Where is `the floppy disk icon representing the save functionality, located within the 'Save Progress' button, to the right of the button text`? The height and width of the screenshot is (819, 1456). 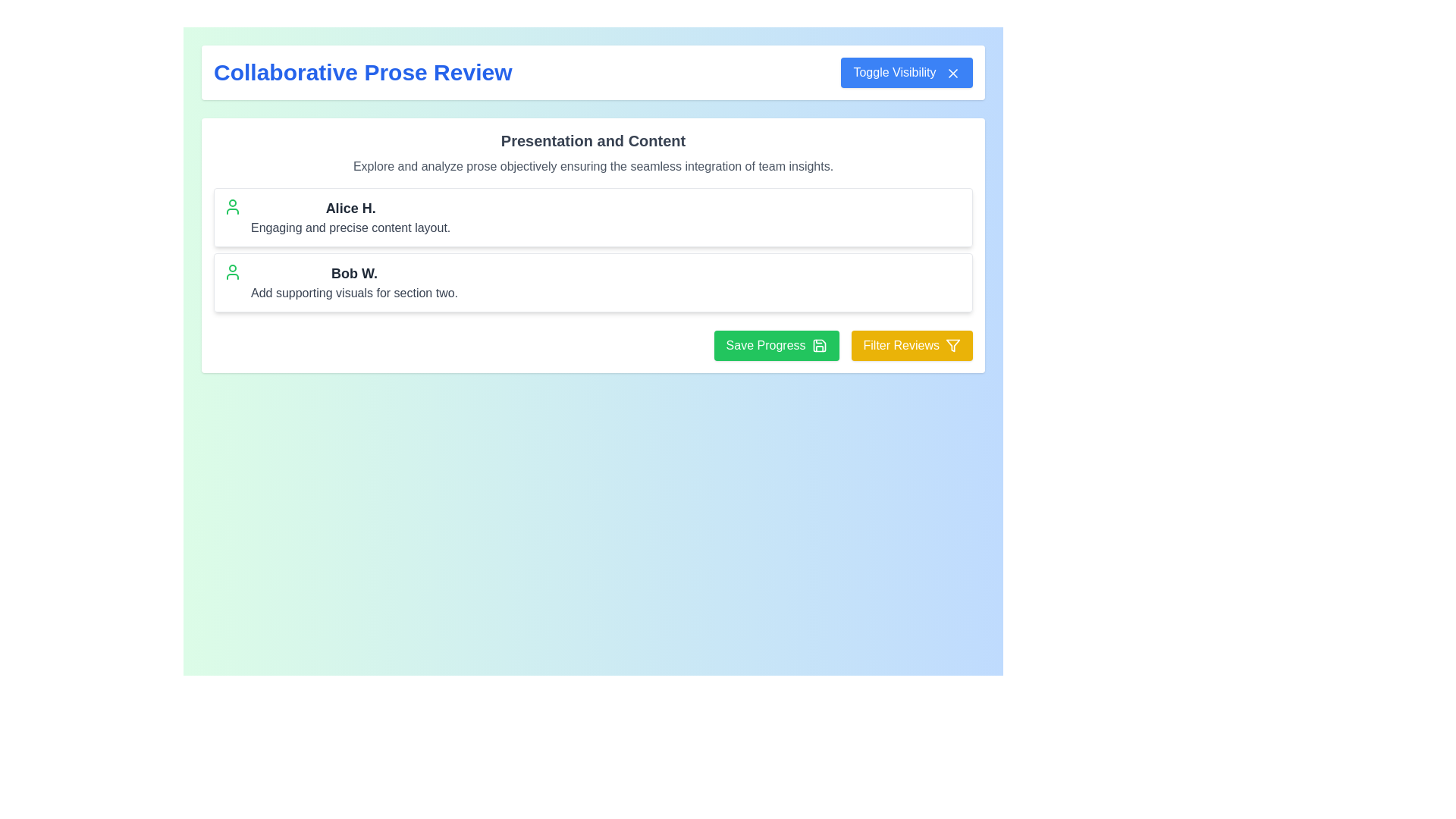
the floppy disk icon representing the save functionality, located within the 'Save Progress' button, to the right of the button text is located at coordinates (818, 345).